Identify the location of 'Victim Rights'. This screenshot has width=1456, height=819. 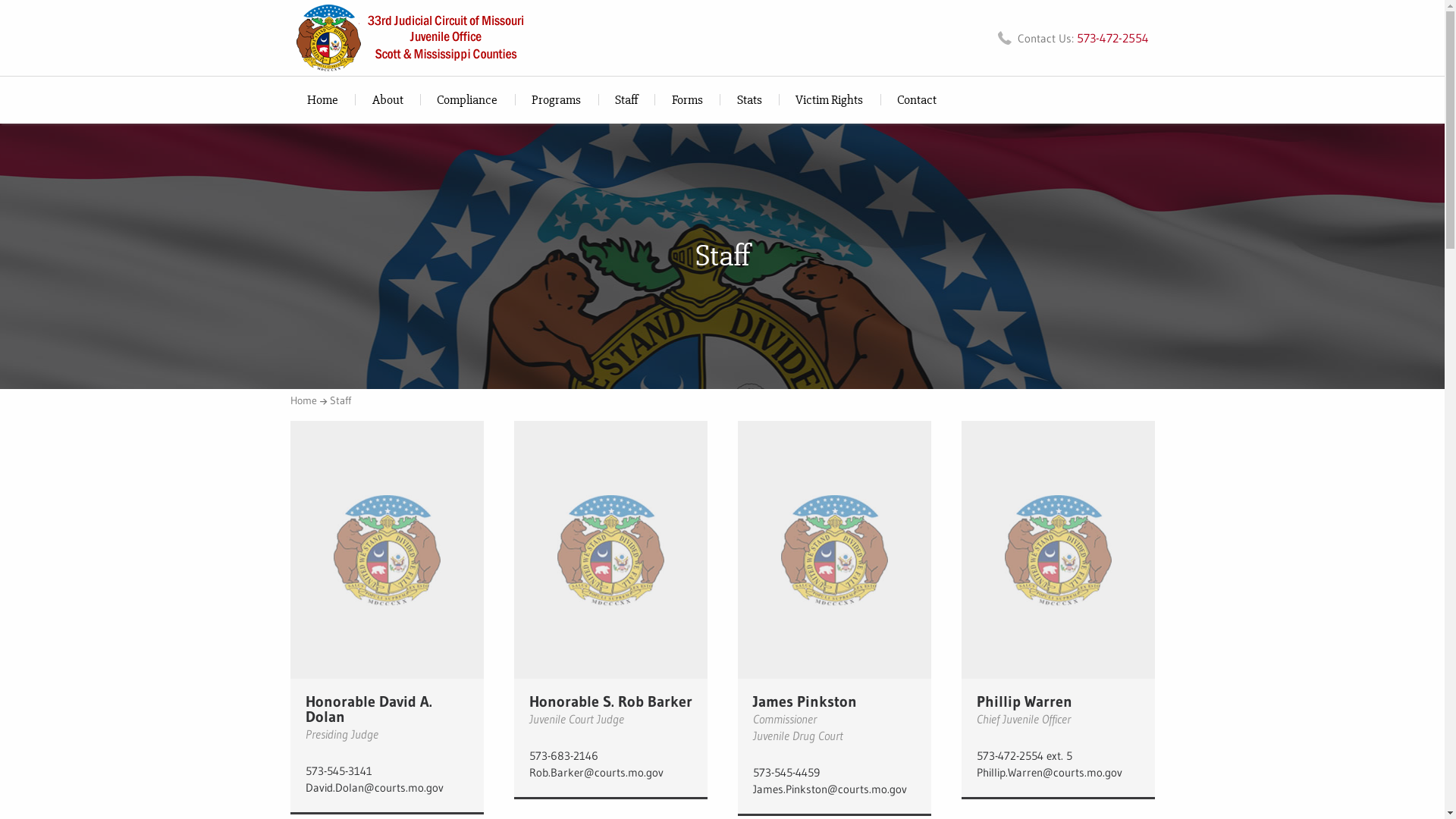
(829, 99).